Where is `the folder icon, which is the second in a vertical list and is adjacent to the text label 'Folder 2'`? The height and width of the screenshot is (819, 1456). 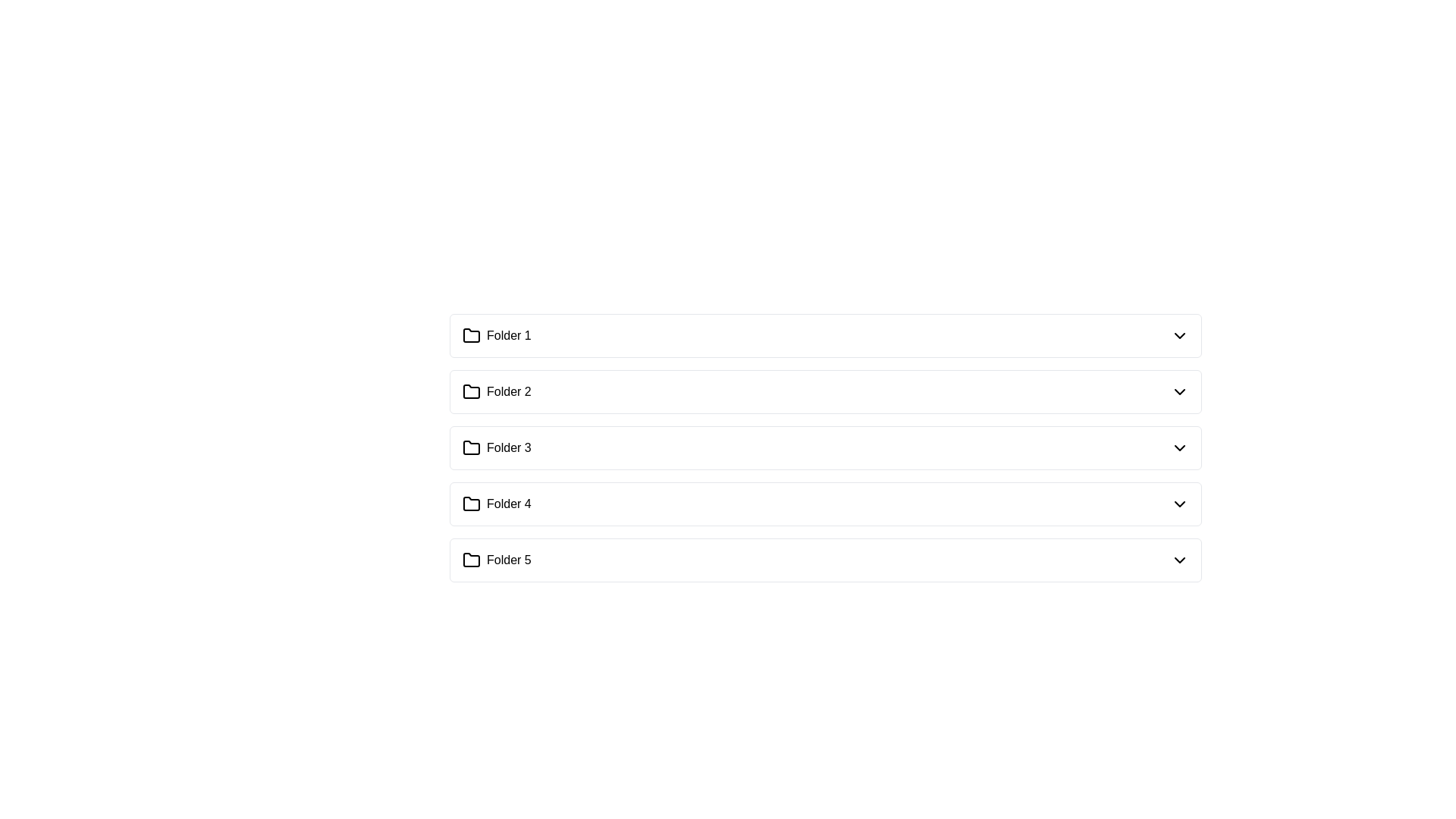
the folder icon, which is the second in a vertical list and is adjacent to the text label 'Folder 2' is located at coordinates (471, 391).